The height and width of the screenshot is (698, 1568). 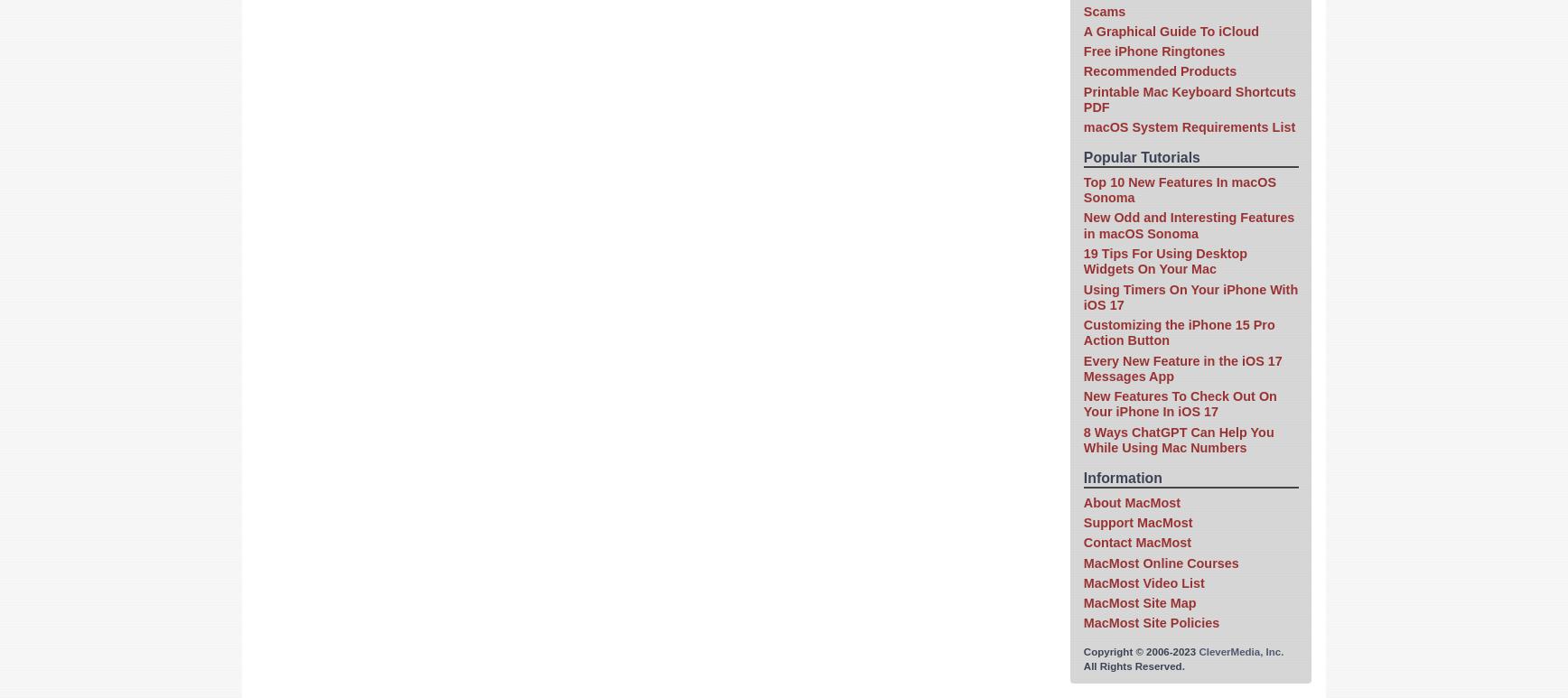 I want to click on 'New Features To Check Out On Your iPhone In iOS 17', so click(x=1179, y=404).